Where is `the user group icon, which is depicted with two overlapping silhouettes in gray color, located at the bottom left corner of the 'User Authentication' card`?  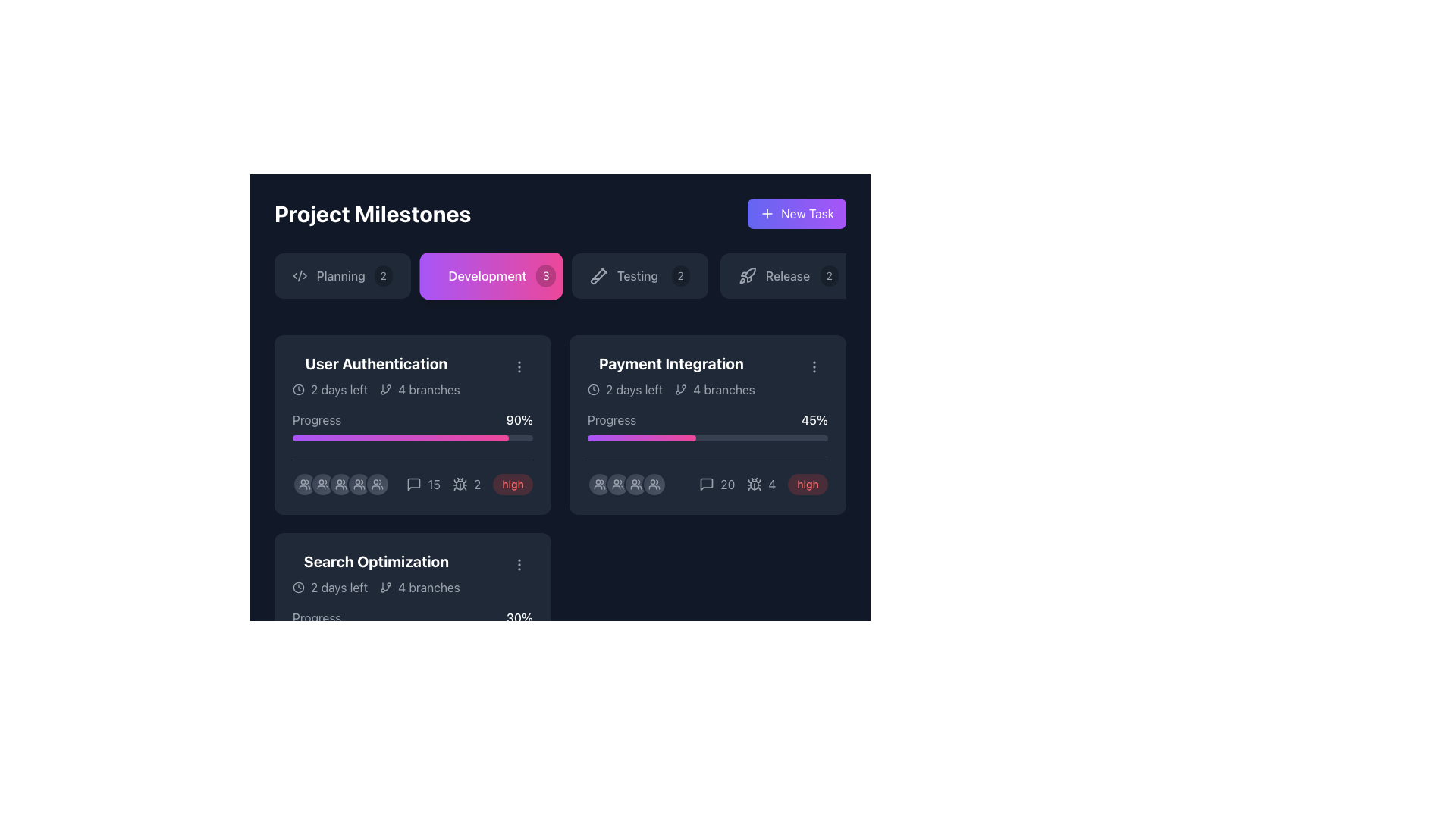 the user group icon, which is depicted with two overlapping silhouettes in gray color, located at the bottom left corner of the 'User Authentication' card is located at coordinates (304, 485).